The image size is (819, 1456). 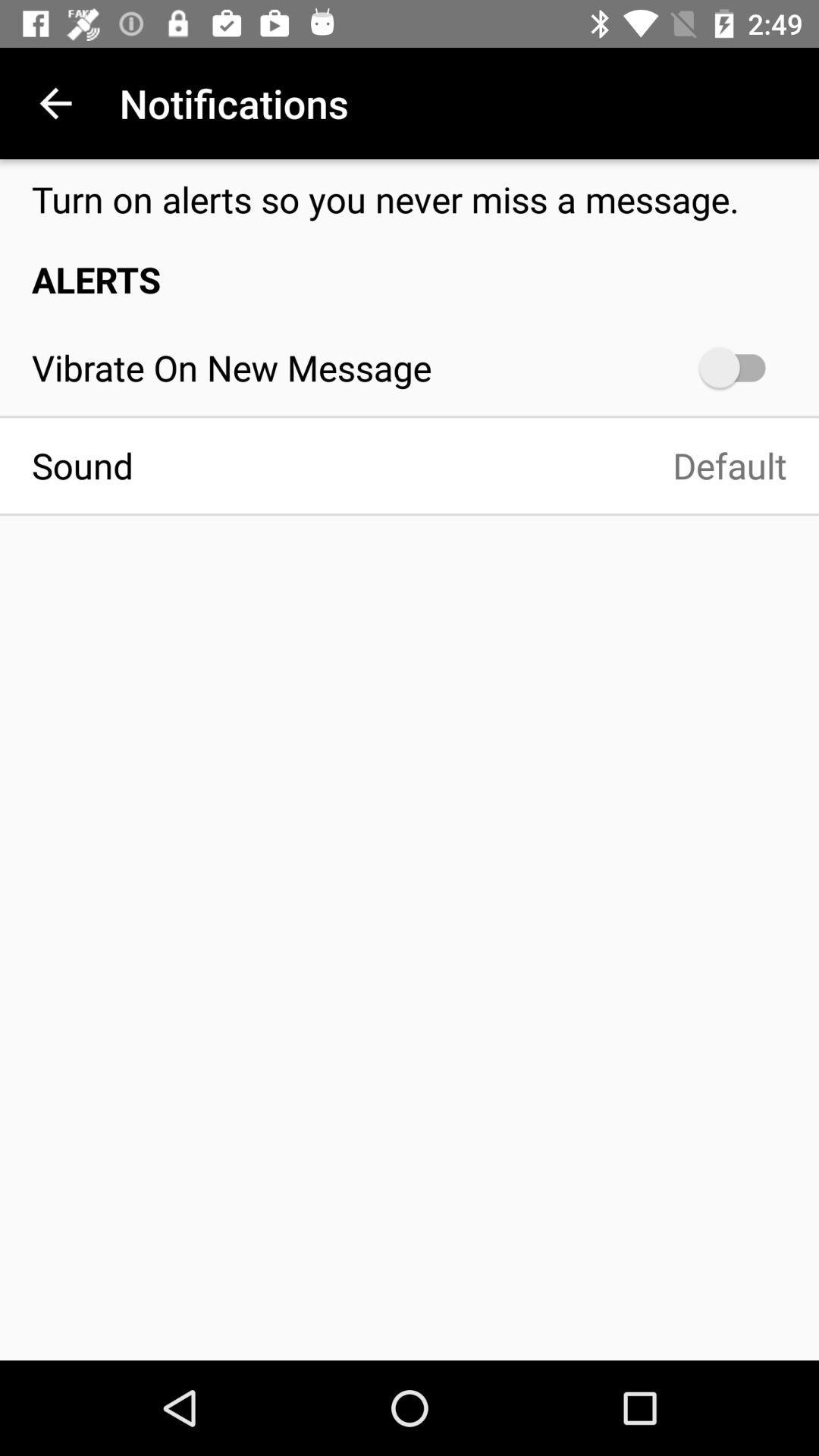 I want to click on the icon next to vibrate on new item, so click(x=739, y=367).